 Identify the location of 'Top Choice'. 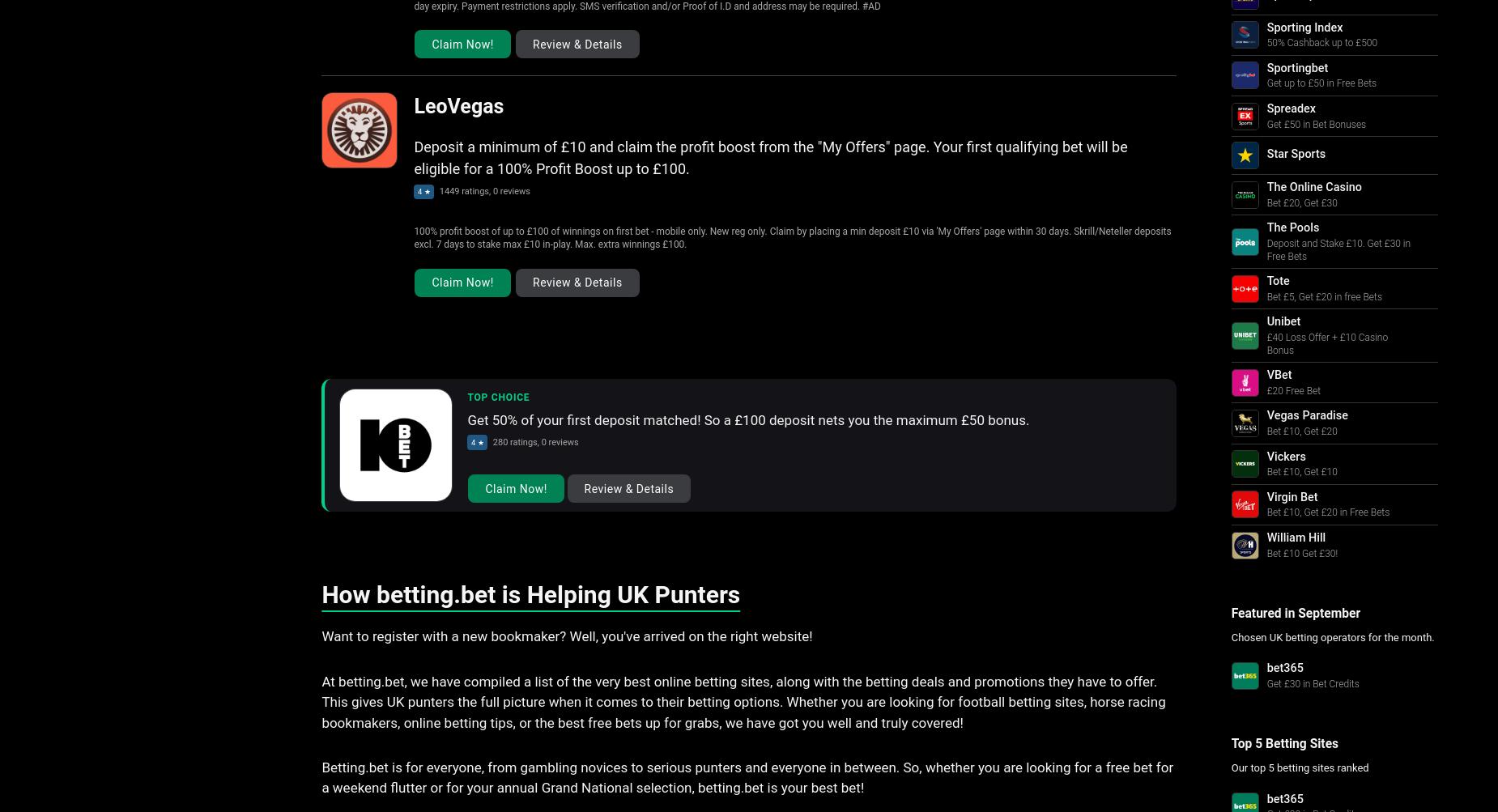
(467, 396).